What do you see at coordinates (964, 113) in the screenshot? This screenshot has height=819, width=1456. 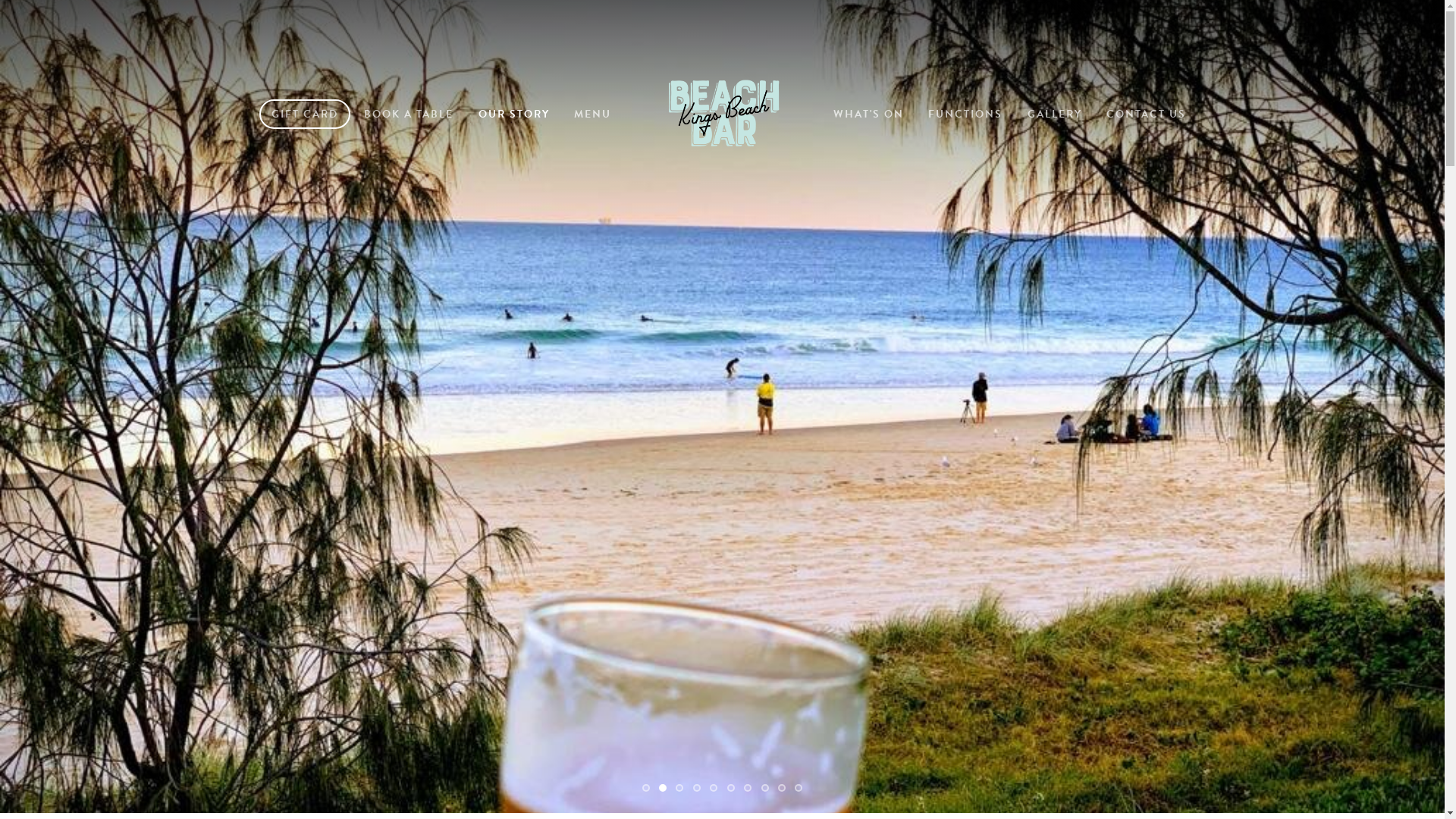 I see `'FUNCTIONS'` at bounding box center [964, 113].